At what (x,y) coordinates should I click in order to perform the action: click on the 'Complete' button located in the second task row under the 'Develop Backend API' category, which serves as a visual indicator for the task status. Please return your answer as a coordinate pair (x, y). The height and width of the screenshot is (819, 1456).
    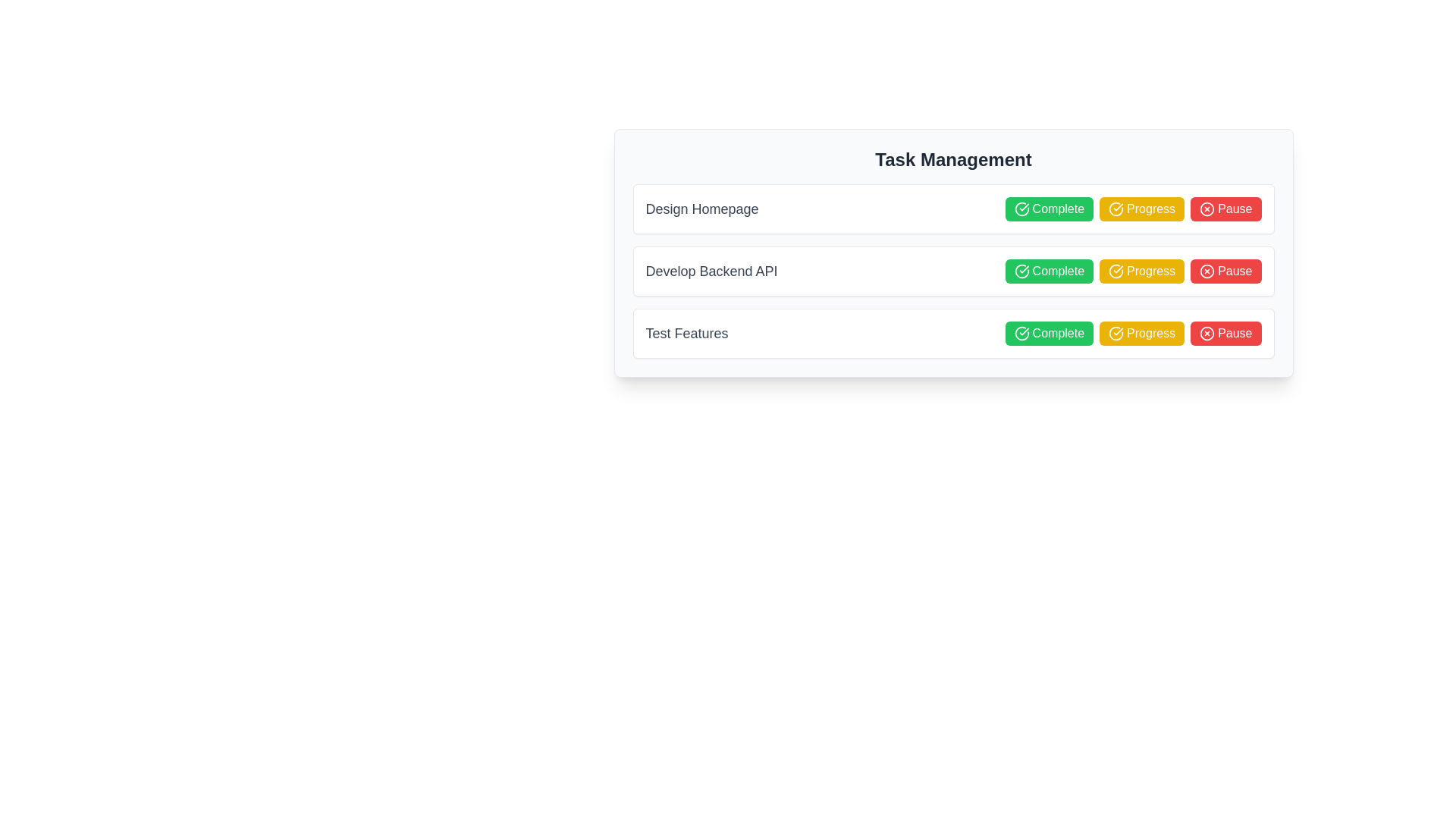
    Looking at the image, I should click on (1021, 271).